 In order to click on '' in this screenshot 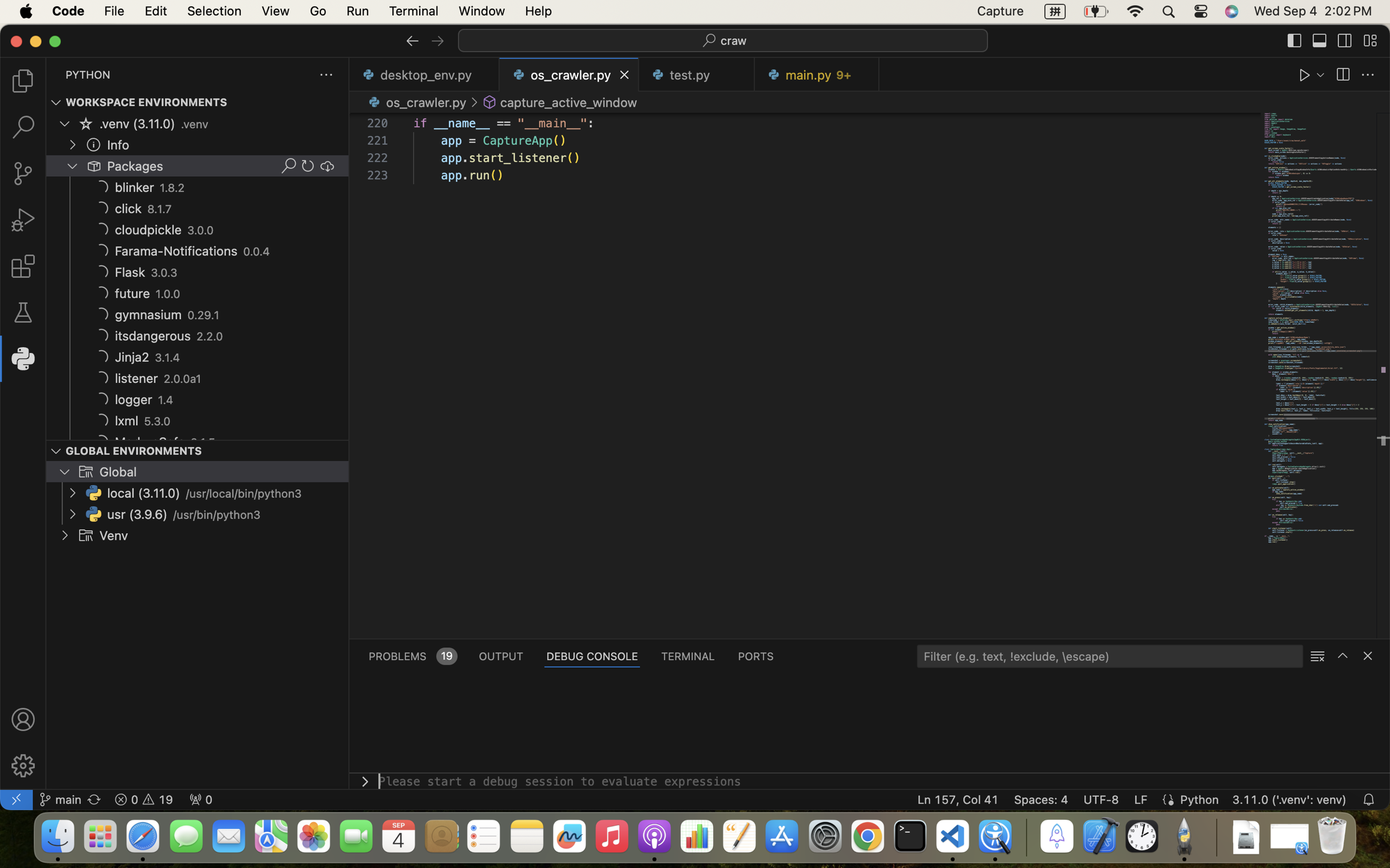, I will do `click(326, 165)`.